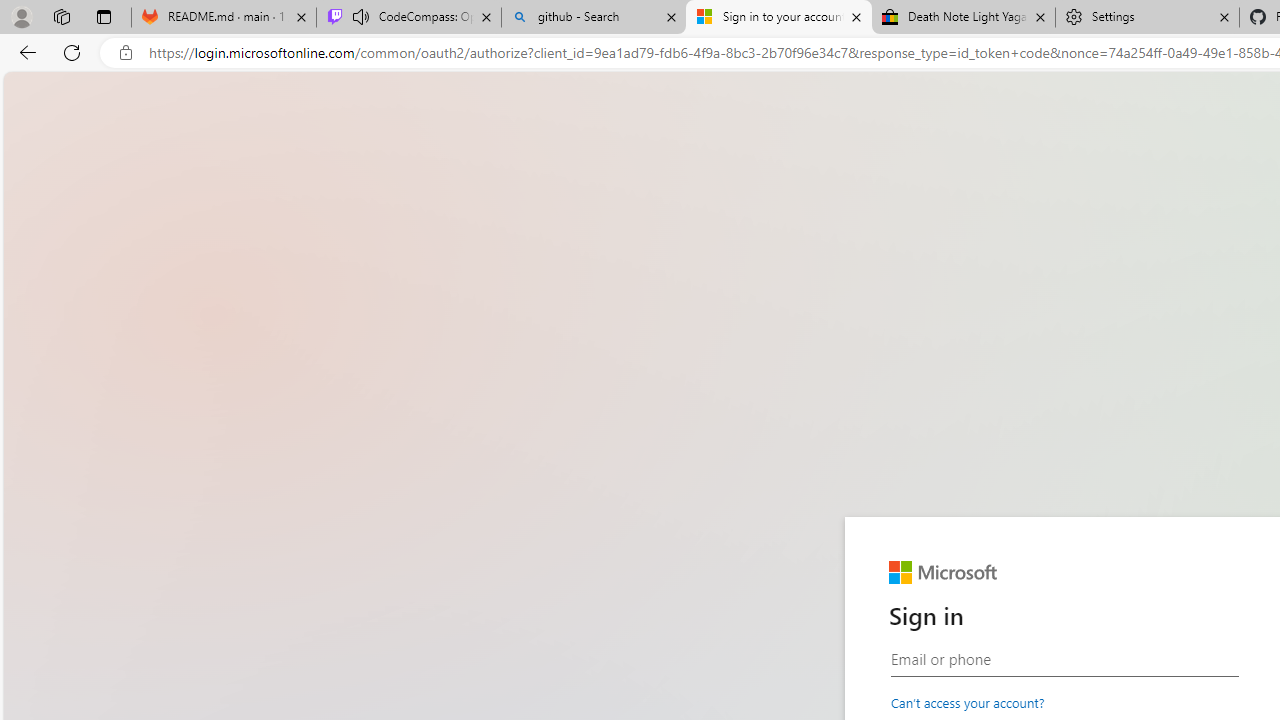 This screenshot has width=1280, height=720. Describe the element at coordinates (778, 17) in the screenshot. I see `'Sign in to your account'` at that location.